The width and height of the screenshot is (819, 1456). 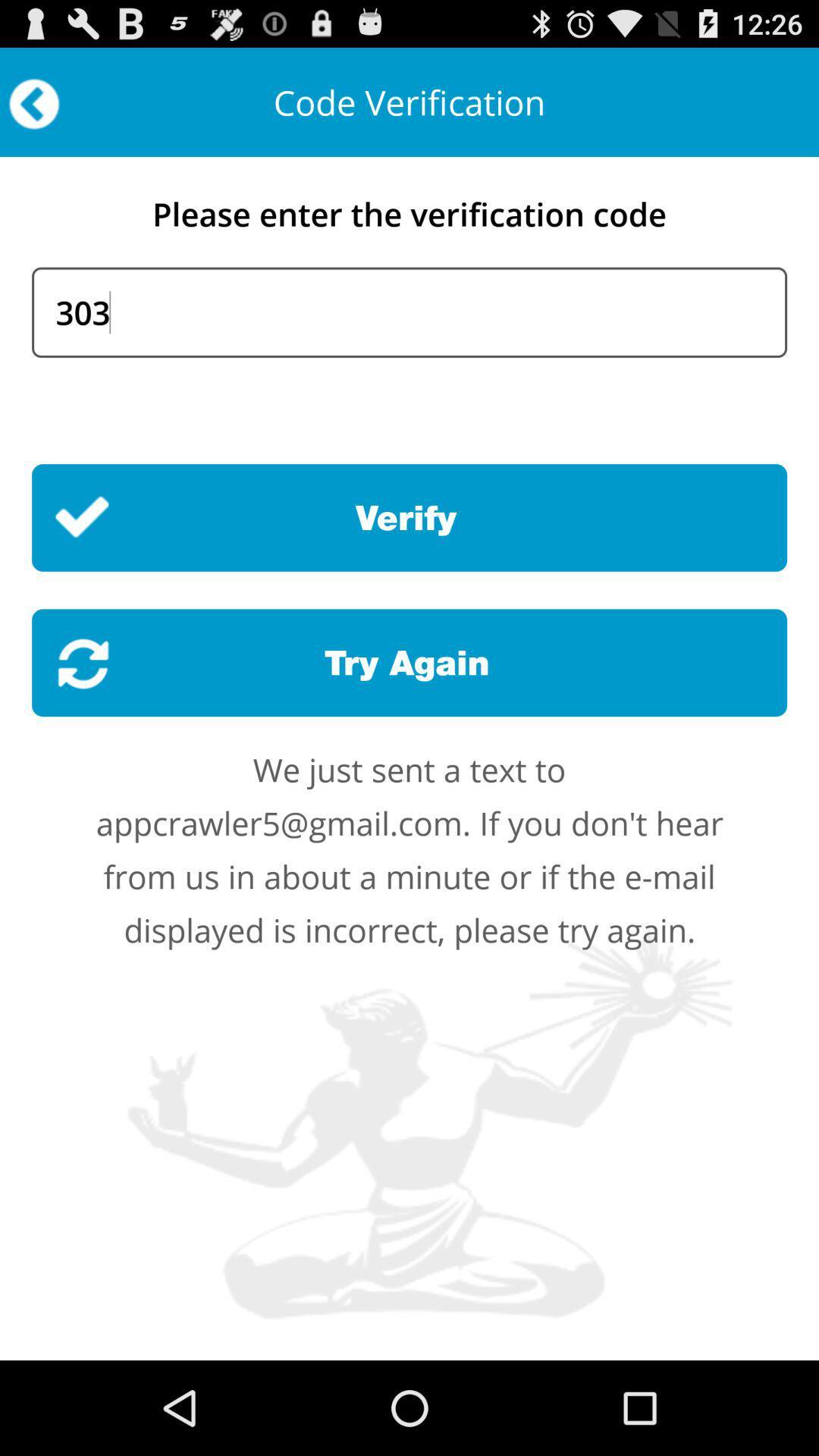 I want to click on the arrow_backward icon, so click(x=34, y=110).